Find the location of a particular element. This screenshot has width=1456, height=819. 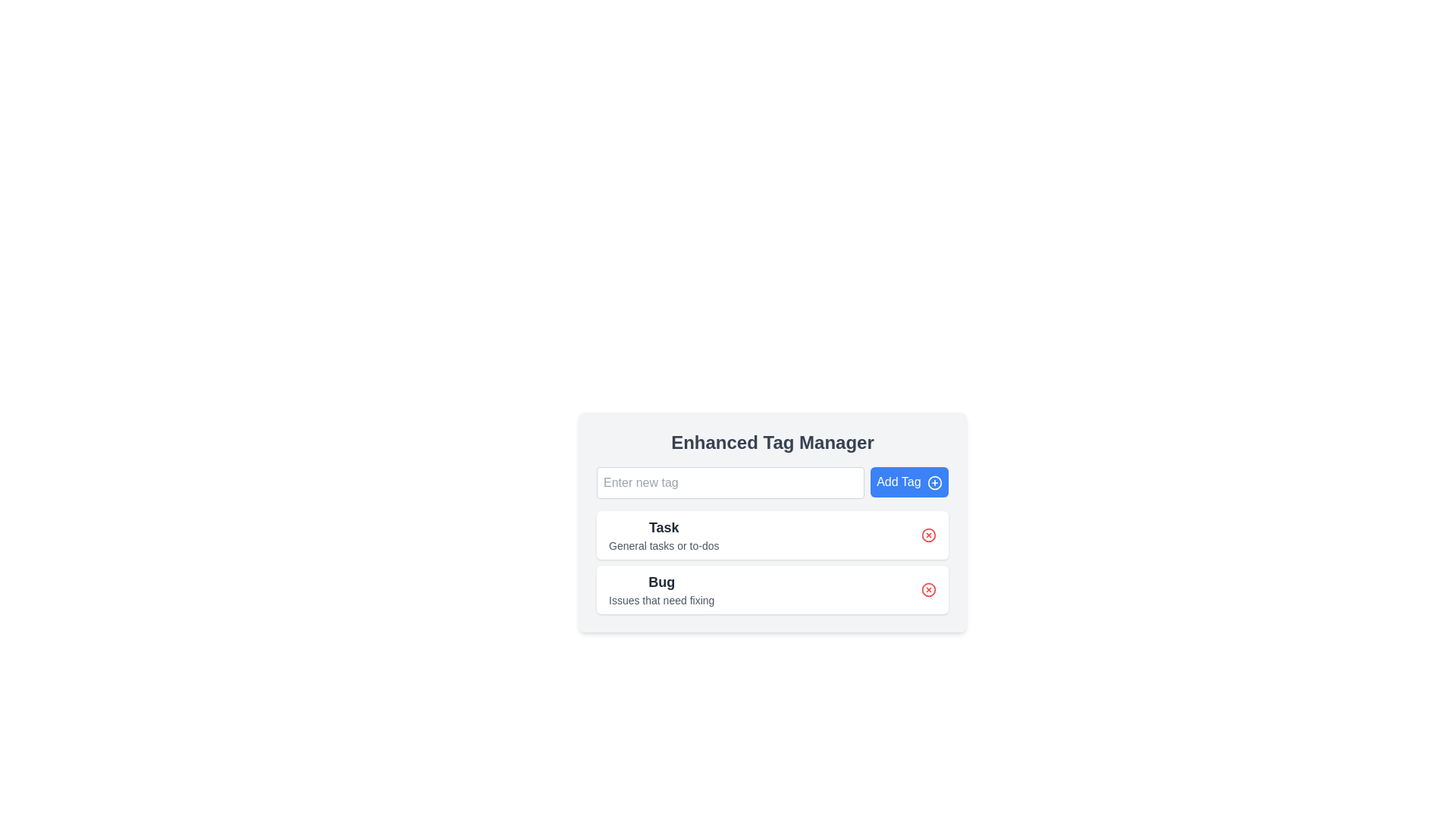

the text label element that serves as the title for the 'Task' category, located above 'General tasks or to-dos' and next to the delete button is located at coordinates (664, 526).